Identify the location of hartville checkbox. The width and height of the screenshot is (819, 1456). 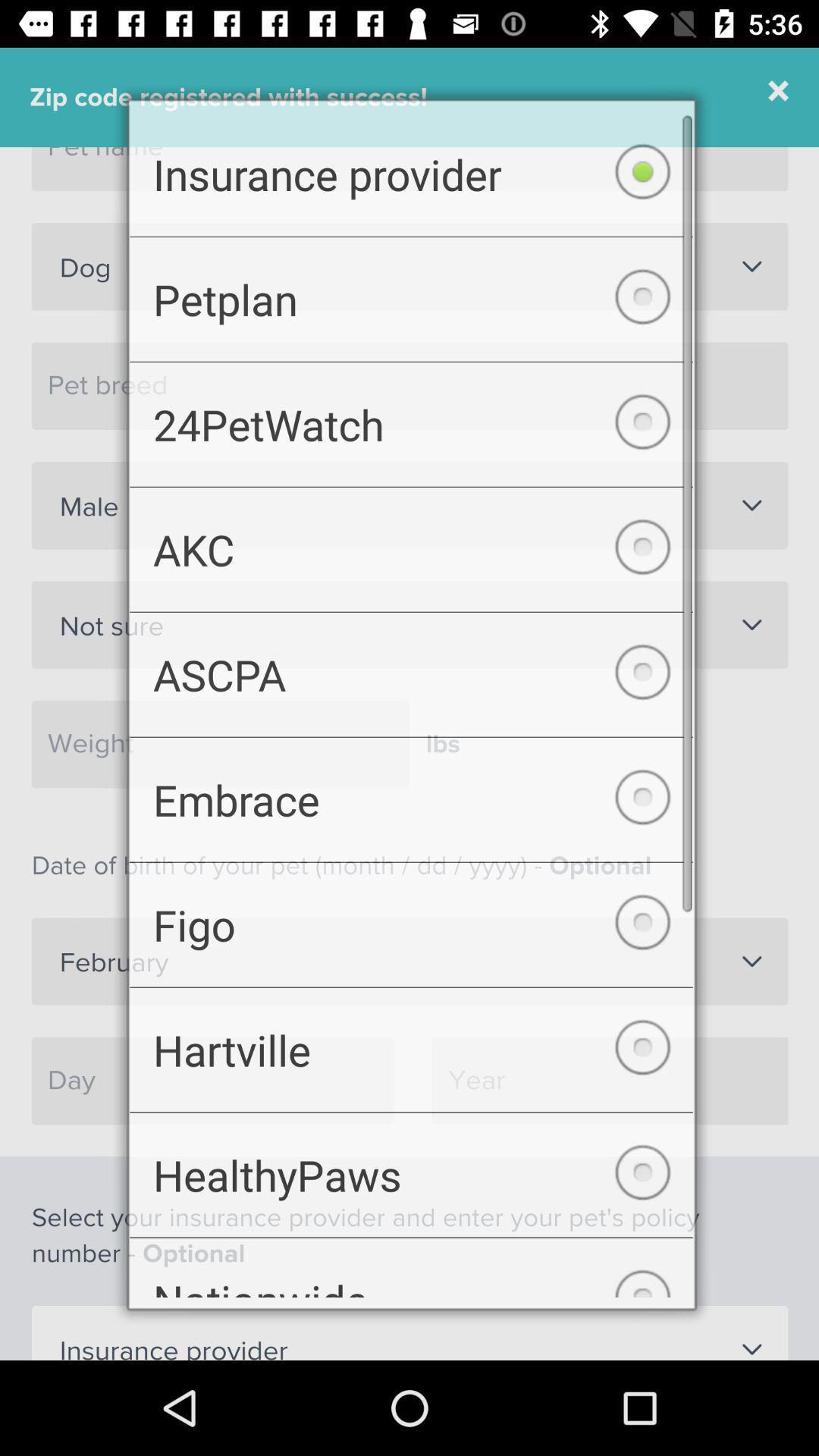
(411, 1059).